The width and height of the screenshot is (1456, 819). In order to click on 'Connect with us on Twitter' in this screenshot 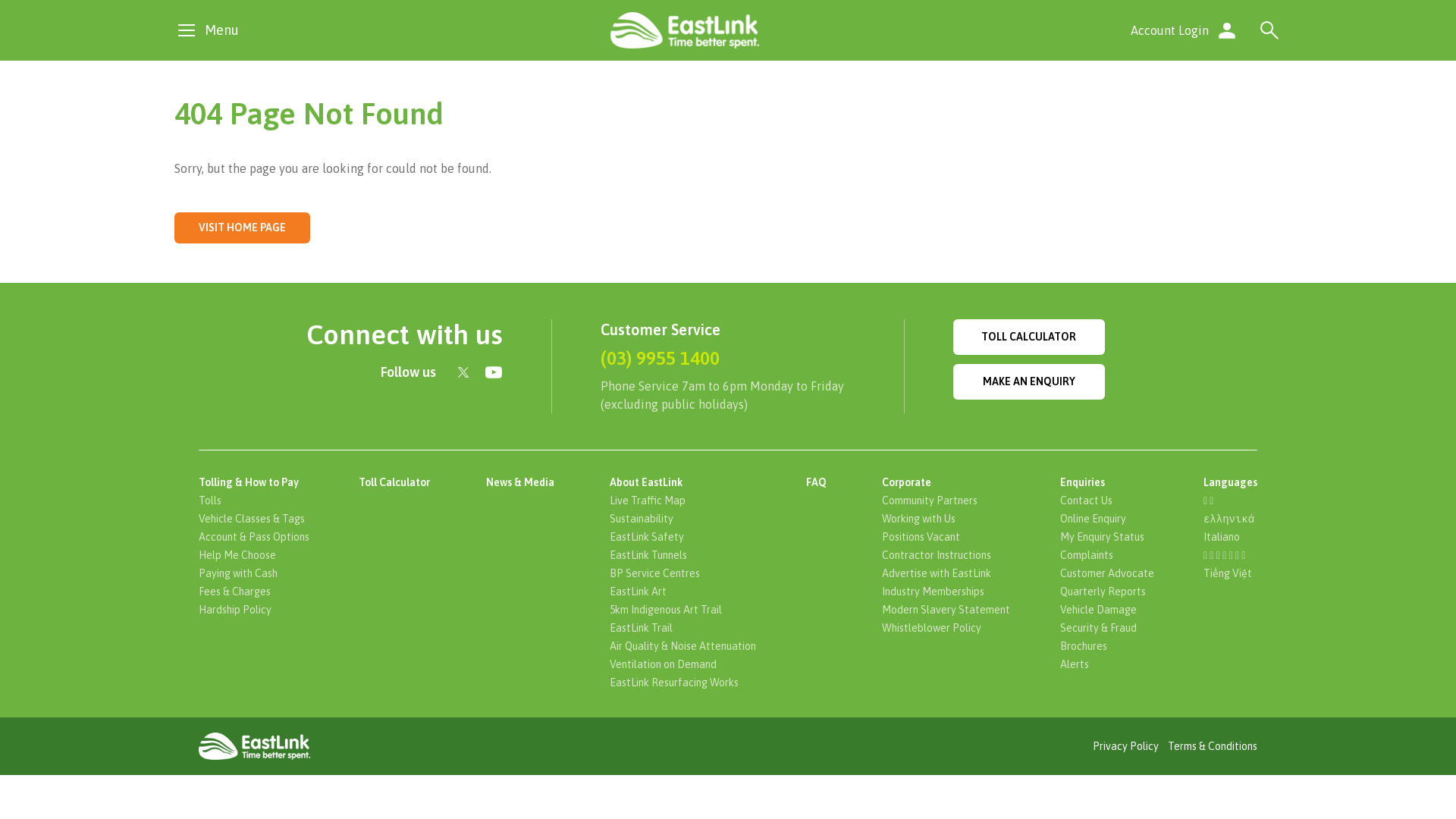, I will do `click(462, 372)`.